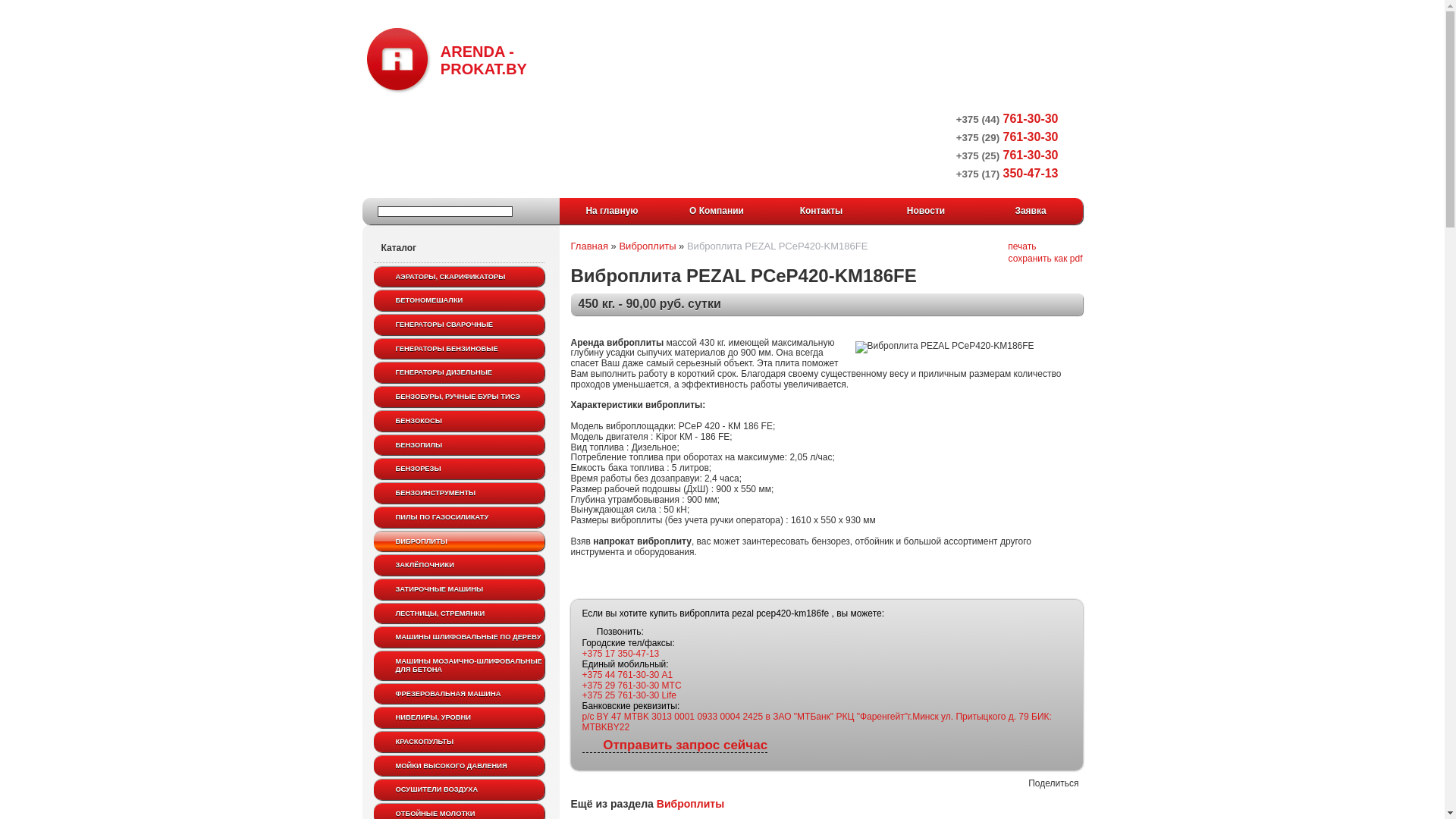 This screenshot has height=819, width=1456. I want to click on '+375 (25) 761-30-30', so click(955, 155).